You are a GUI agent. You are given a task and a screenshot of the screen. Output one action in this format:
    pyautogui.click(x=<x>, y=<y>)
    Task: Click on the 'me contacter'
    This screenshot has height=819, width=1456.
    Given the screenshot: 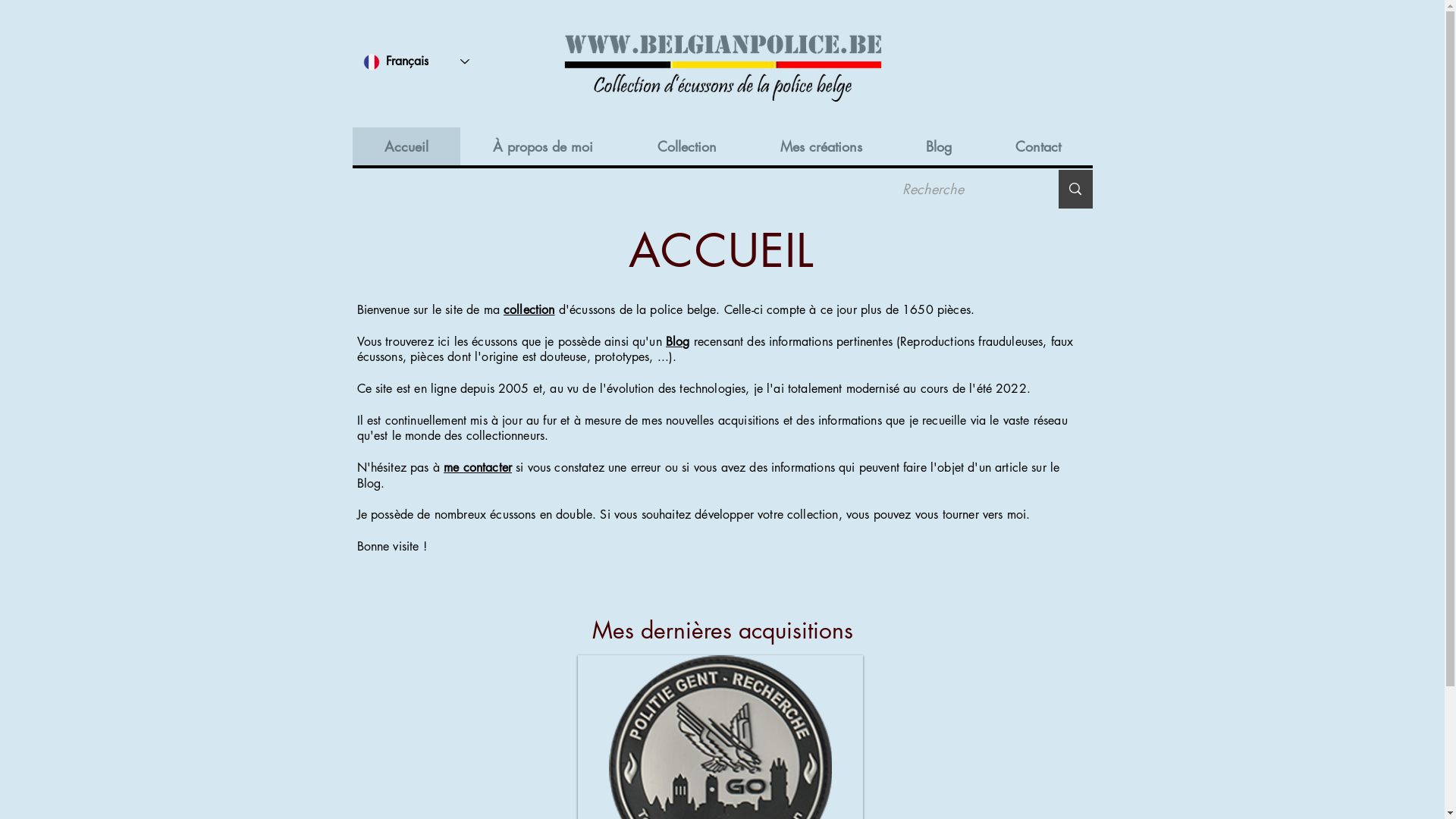 What is the action you would take?
    pyautogui.click(x=476, y=466)
    